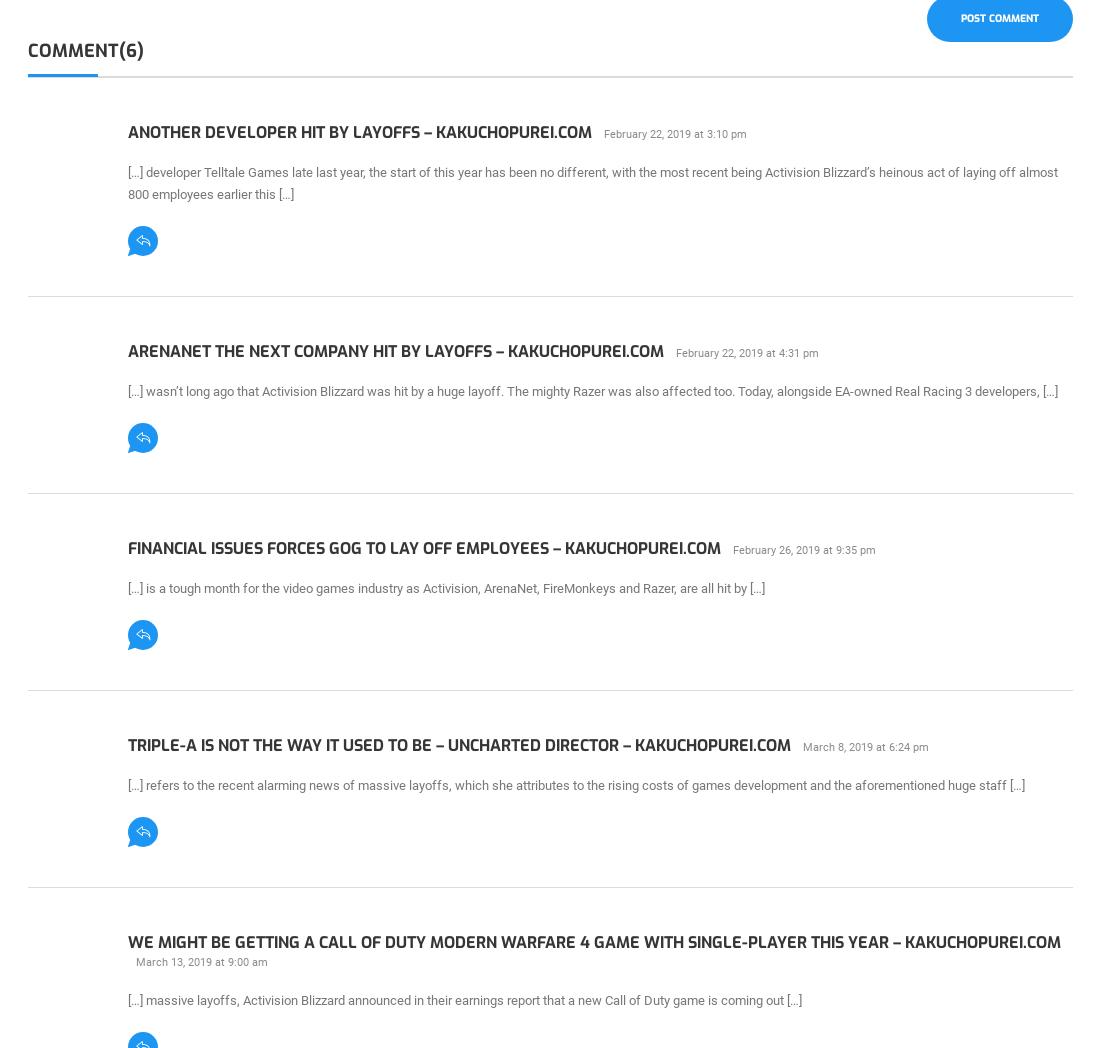  I want to click on 'March 13, 2019 at 9:00 am', so click(199, 960).